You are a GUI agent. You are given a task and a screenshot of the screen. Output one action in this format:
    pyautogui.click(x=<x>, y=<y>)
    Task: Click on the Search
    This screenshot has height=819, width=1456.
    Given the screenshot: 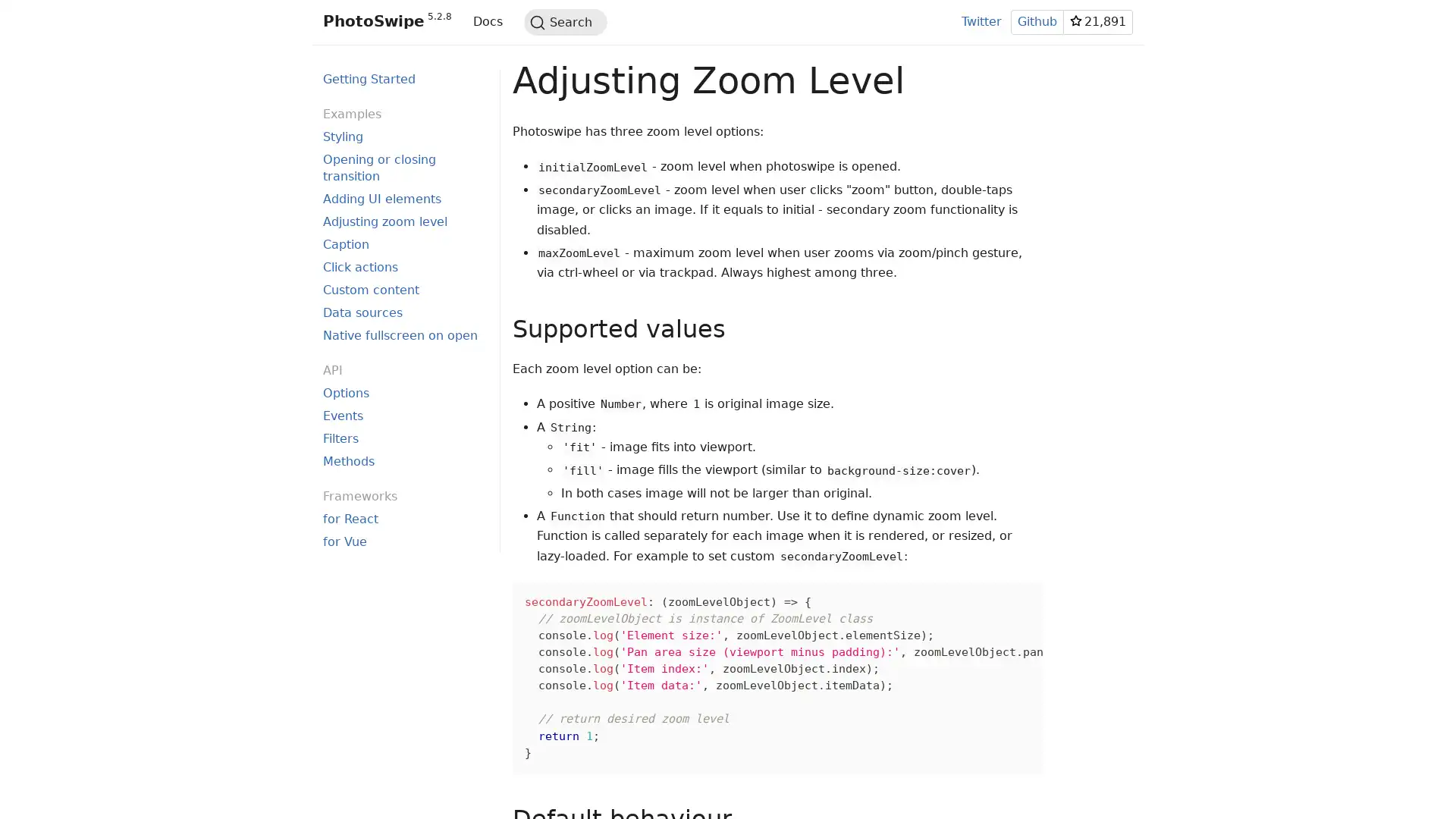 What is the action you would take?
    pyautogui.click(x=564, y=22)
    